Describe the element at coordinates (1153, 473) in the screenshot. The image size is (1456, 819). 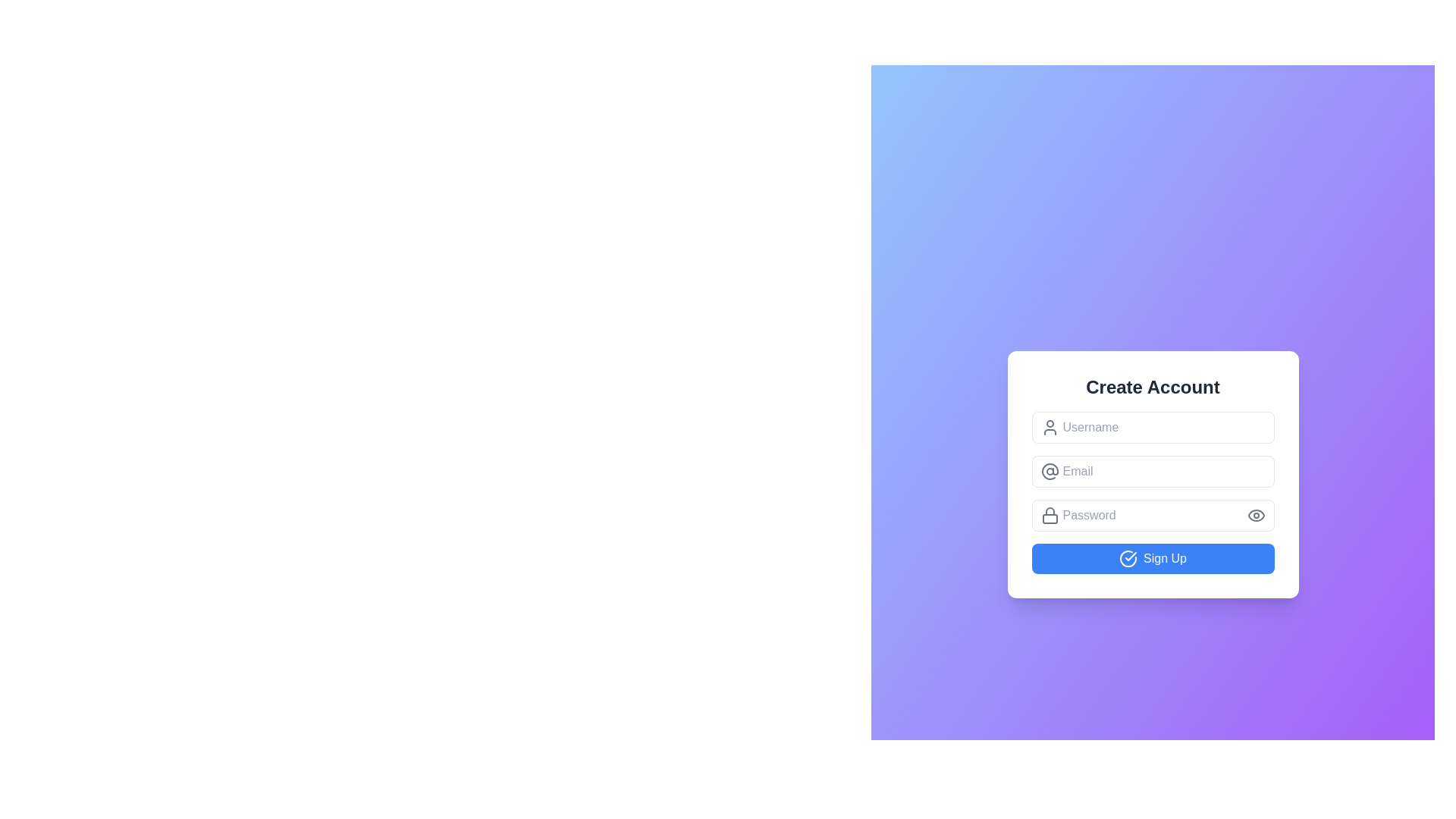
I see `the email input field in the sign-up form to focus on it, which is centrally aligned and located below the username input field` at that location.